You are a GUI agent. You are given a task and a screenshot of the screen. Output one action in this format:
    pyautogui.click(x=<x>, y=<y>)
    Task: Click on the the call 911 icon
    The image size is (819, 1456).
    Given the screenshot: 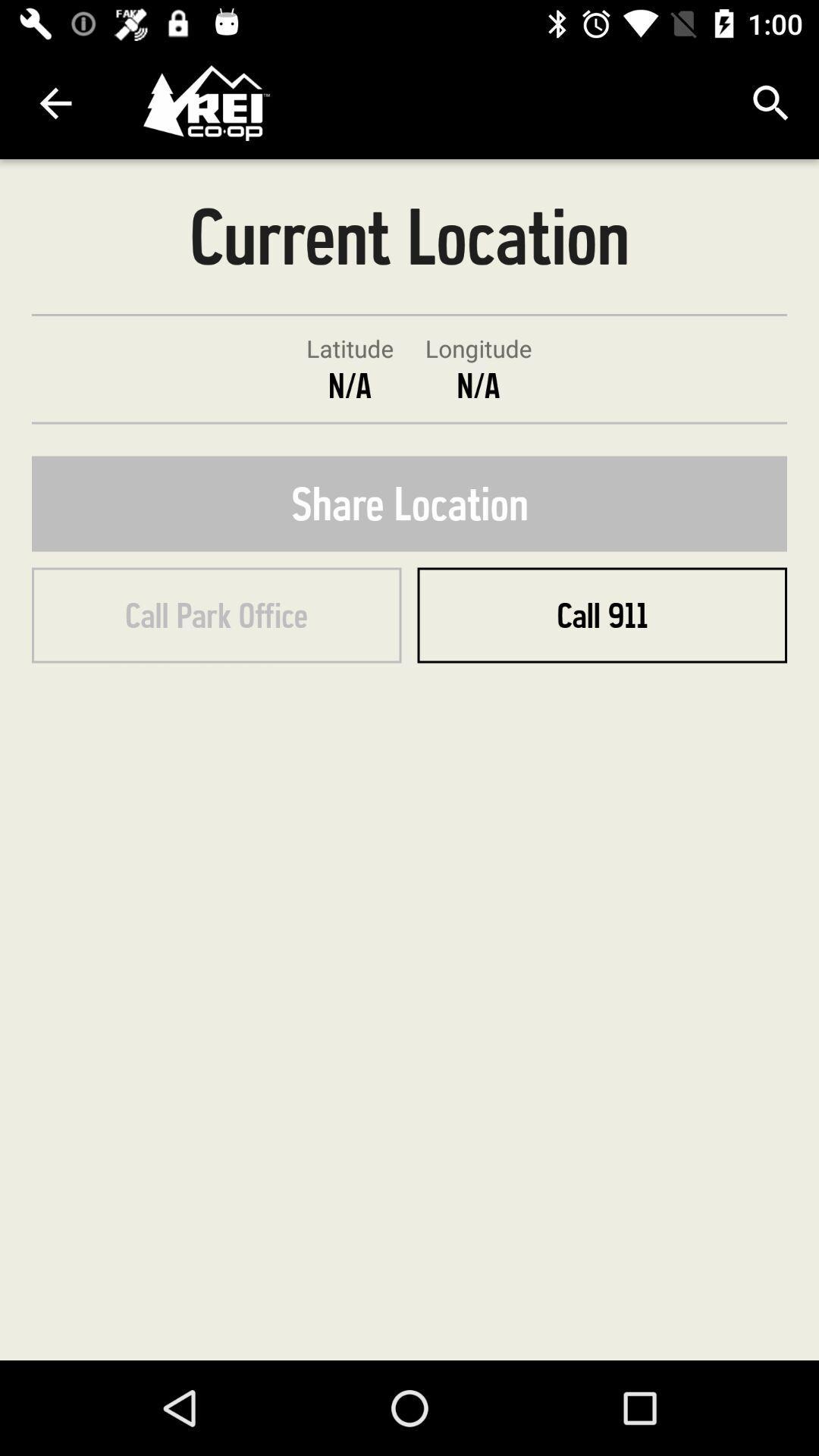 What is the action you would take?
    pyautogui.click(x=601, y=615)
    